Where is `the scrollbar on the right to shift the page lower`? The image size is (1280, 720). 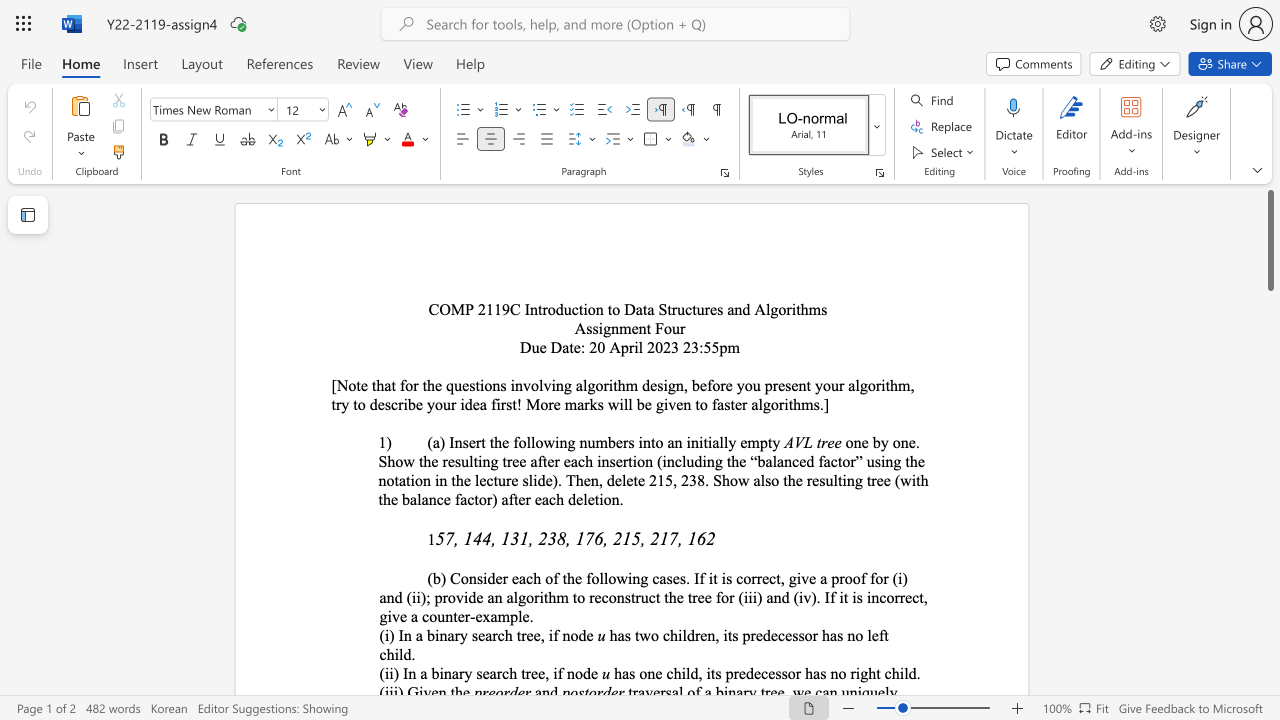
the scrollbar on the right to shift the page lower is located at coordinates (1269, 370).